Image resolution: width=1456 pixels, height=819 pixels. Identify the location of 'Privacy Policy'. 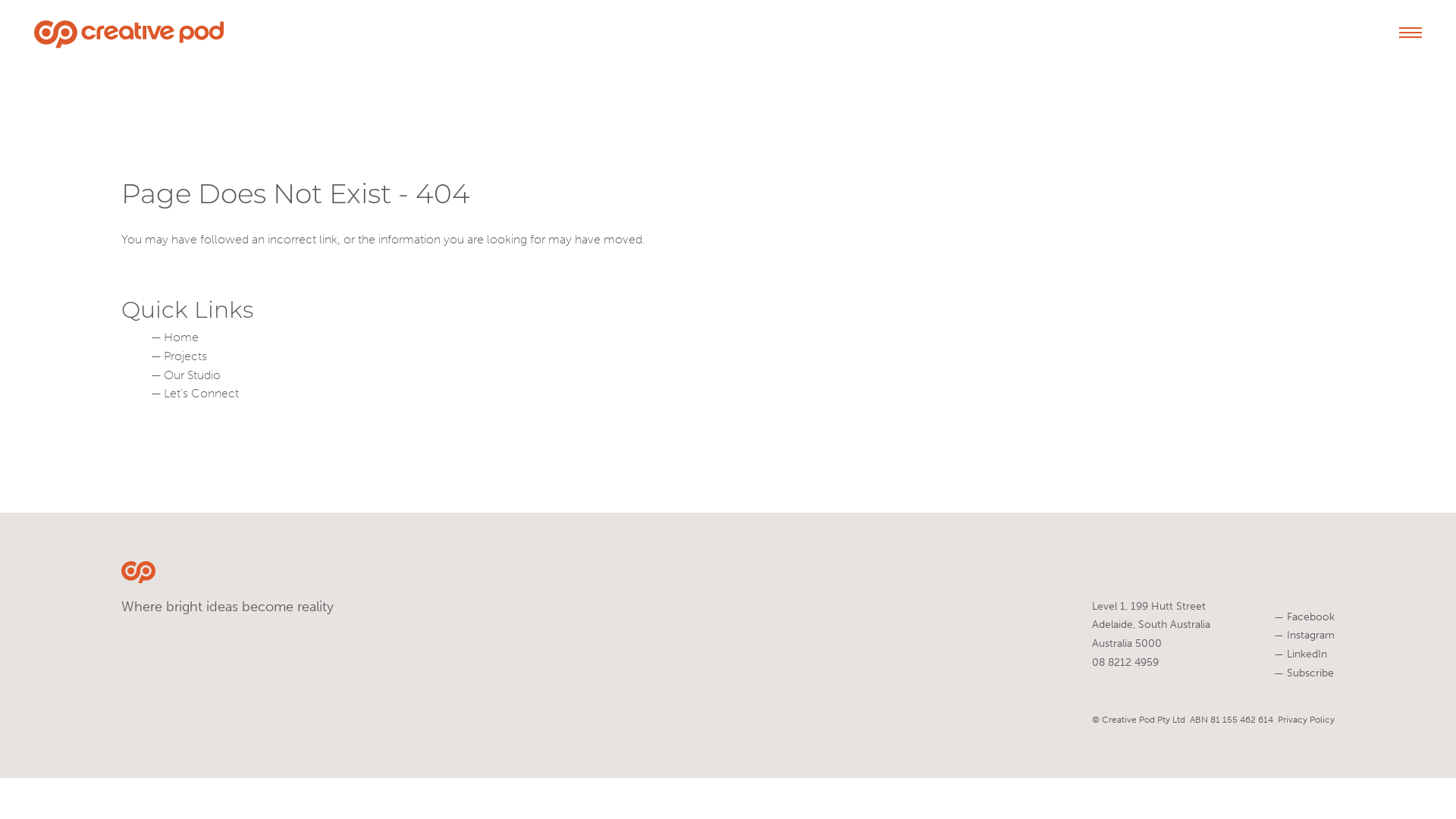
(1276, 718).